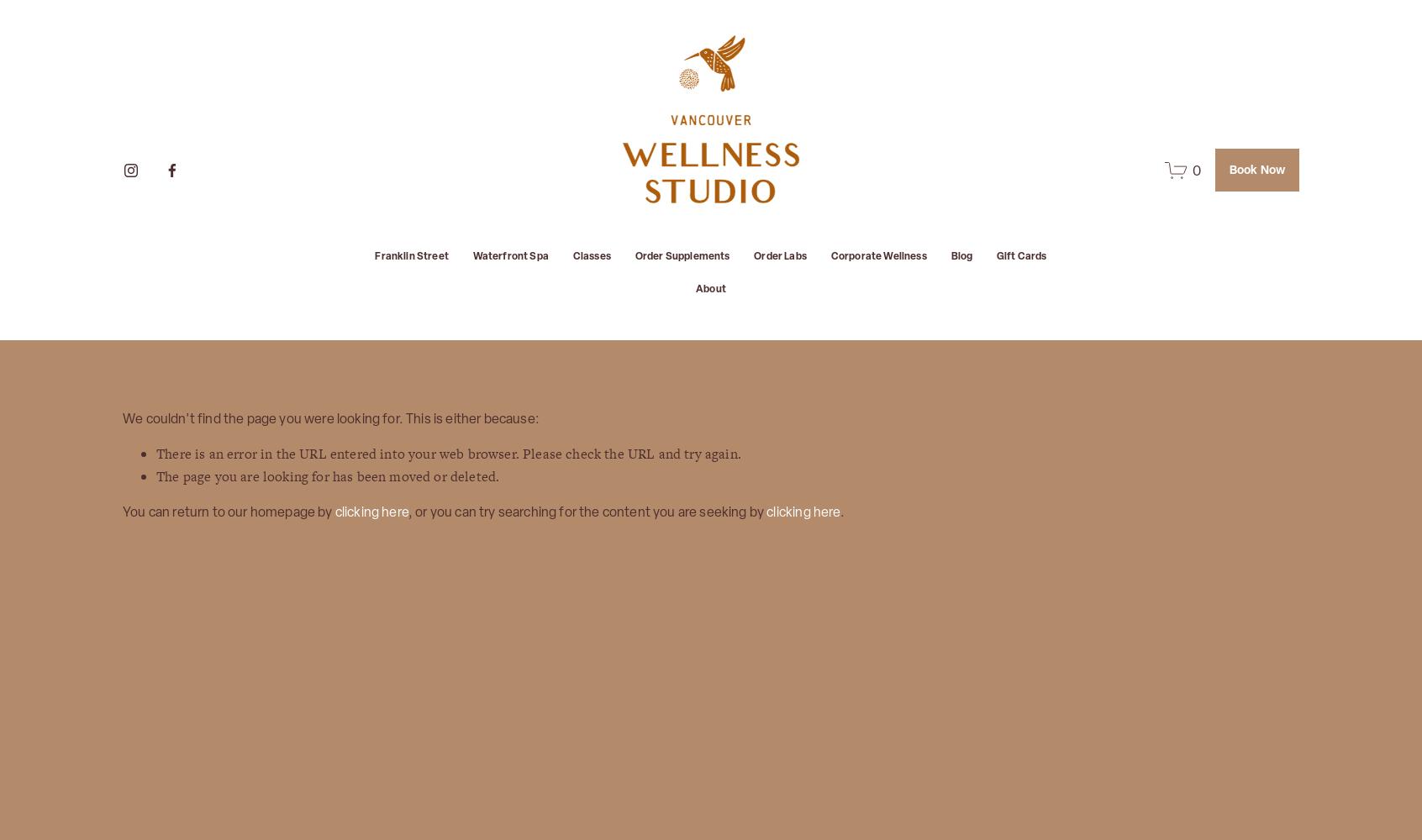 The height and width of the screenshot is (840, 1422). What do you see at coordinates (1195, 169) in the screenshot?
I see `'0'` at bounding box center [1195, 169].